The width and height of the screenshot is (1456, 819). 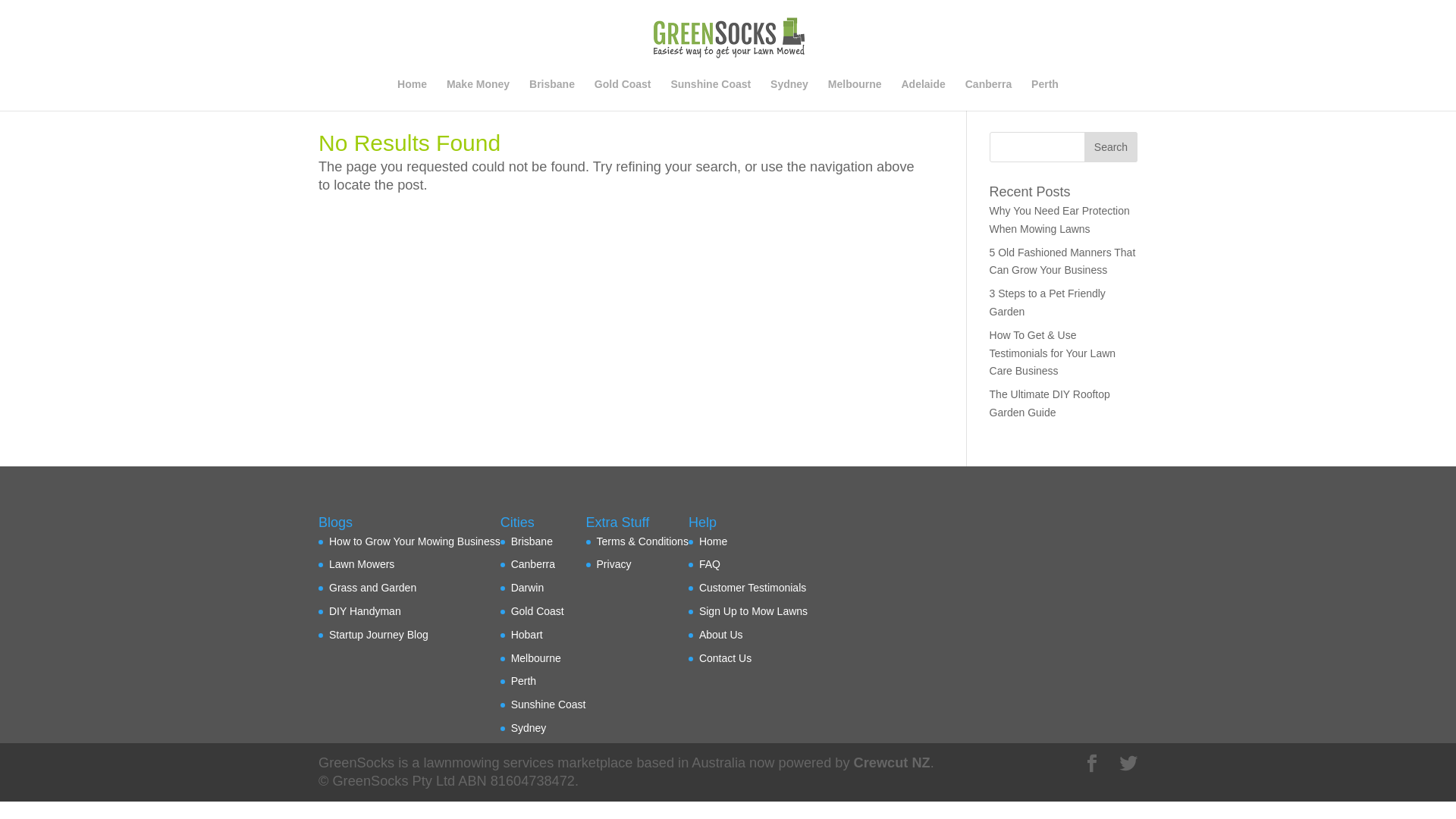 What do you see at coordinates (614, 564) in the screenshot?
I see `'Privacy'` at bounding box center [614, 564].